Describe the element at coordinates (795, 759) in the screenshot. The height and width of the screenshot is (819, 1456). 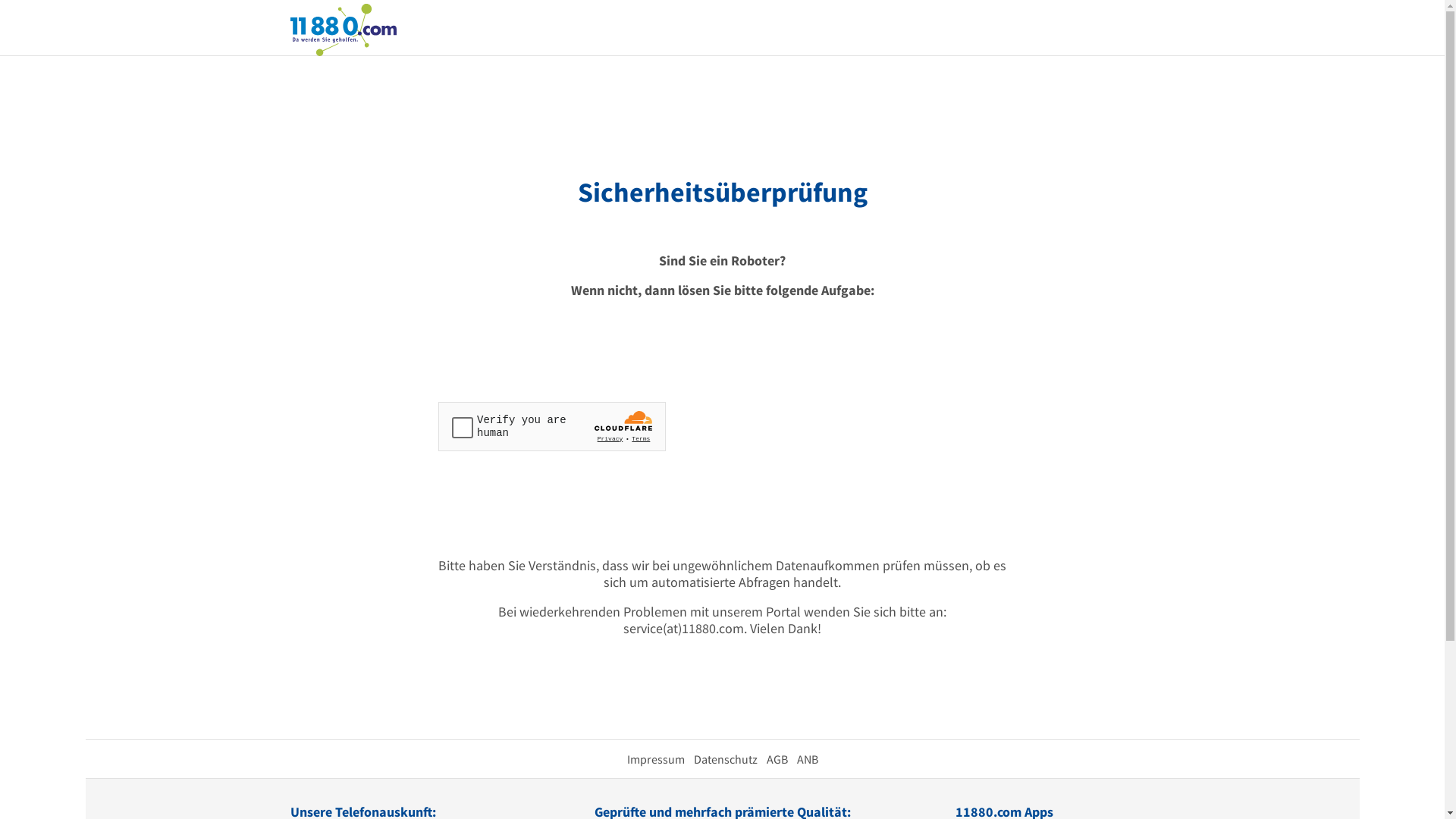
I see `'ANB'` at that location.